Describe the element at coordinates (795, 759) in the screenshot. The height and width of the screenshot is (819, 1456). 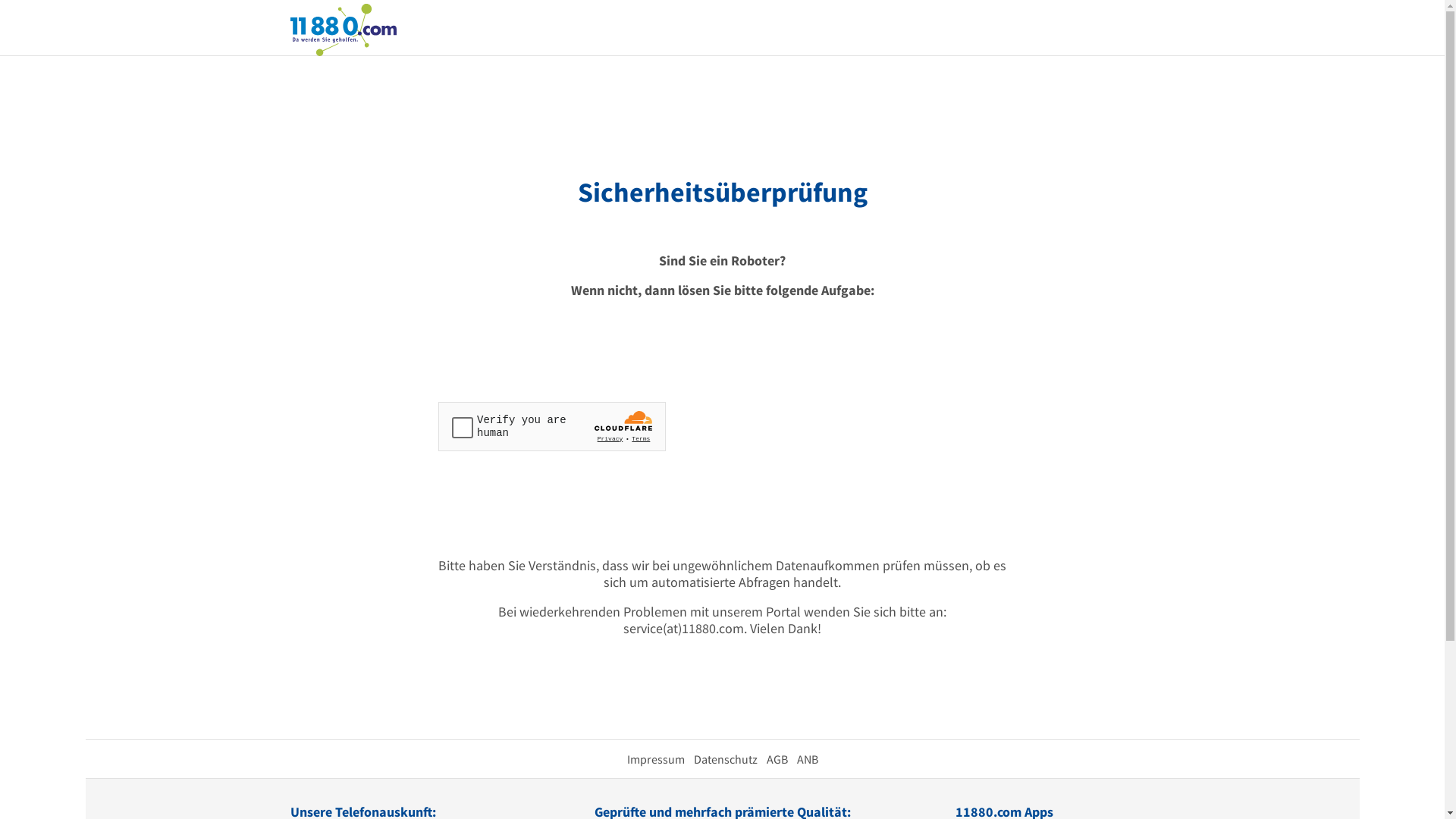
I see `'ANB'` at that location.